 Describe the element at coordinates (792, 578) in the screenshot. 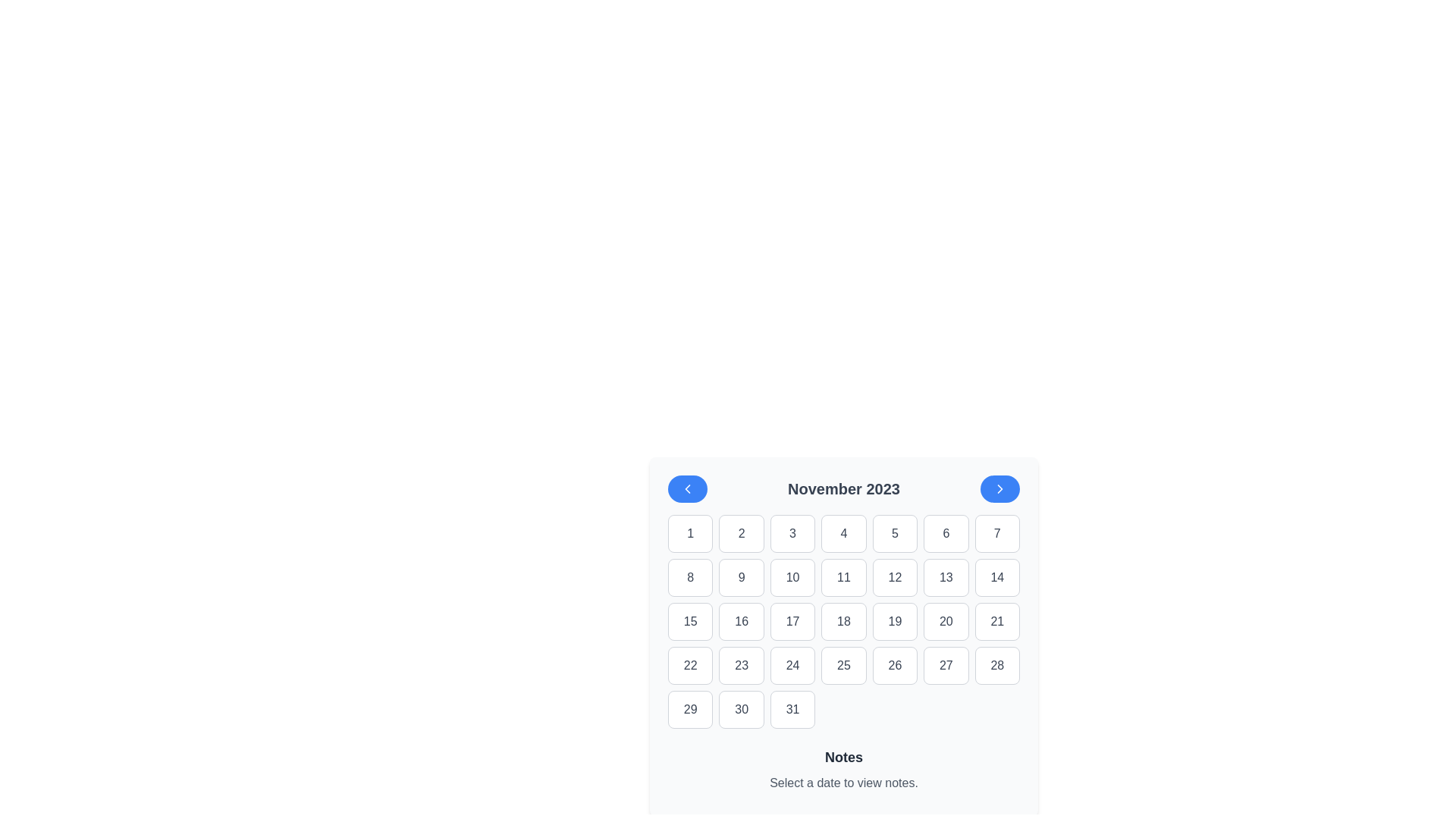

I see `the date selection button` at that location.